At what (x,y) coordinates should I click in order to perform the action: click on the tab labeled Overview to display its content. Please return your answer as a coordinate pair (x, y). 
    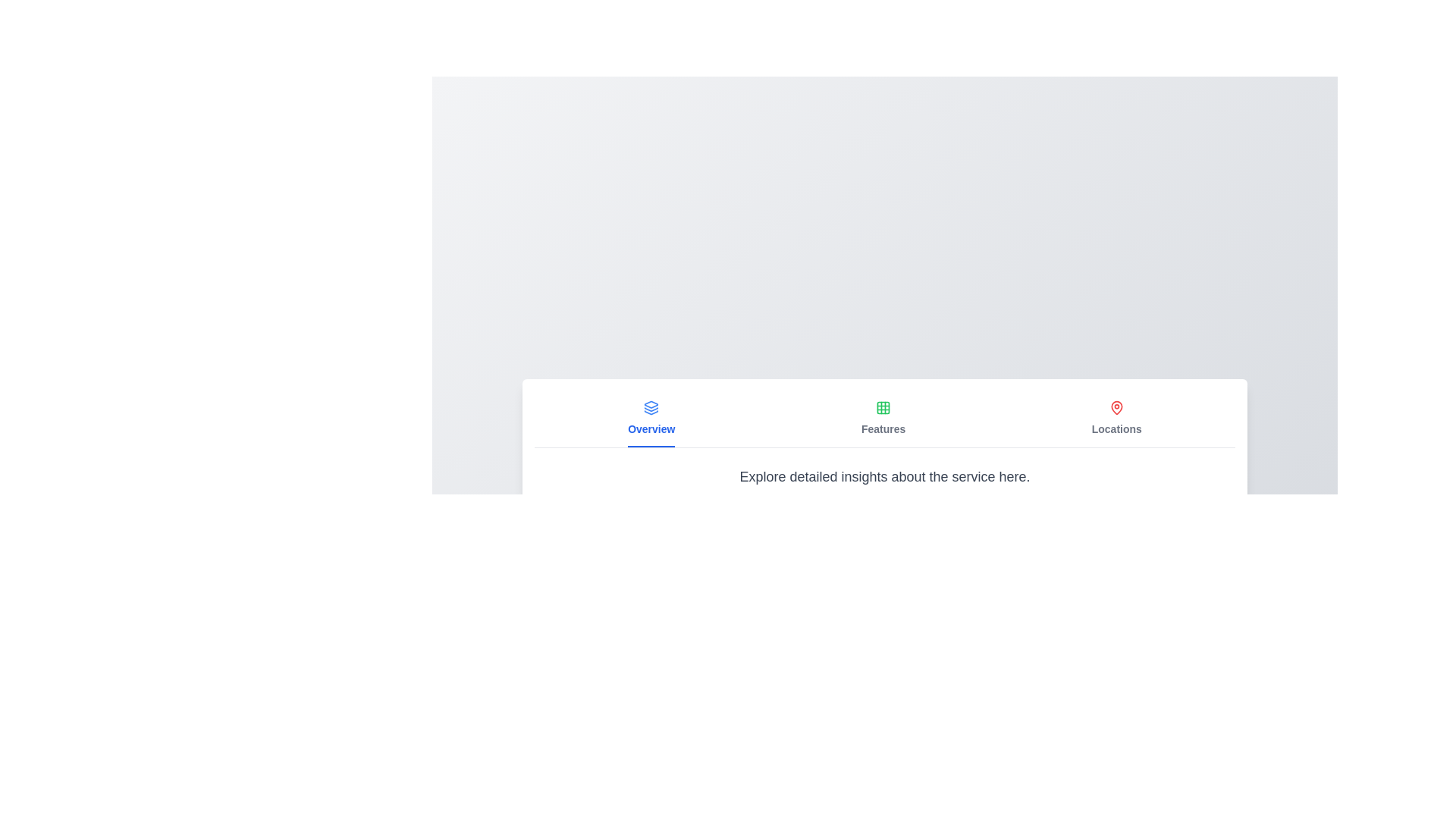
    Looking at the image, I should click on (651, 418).